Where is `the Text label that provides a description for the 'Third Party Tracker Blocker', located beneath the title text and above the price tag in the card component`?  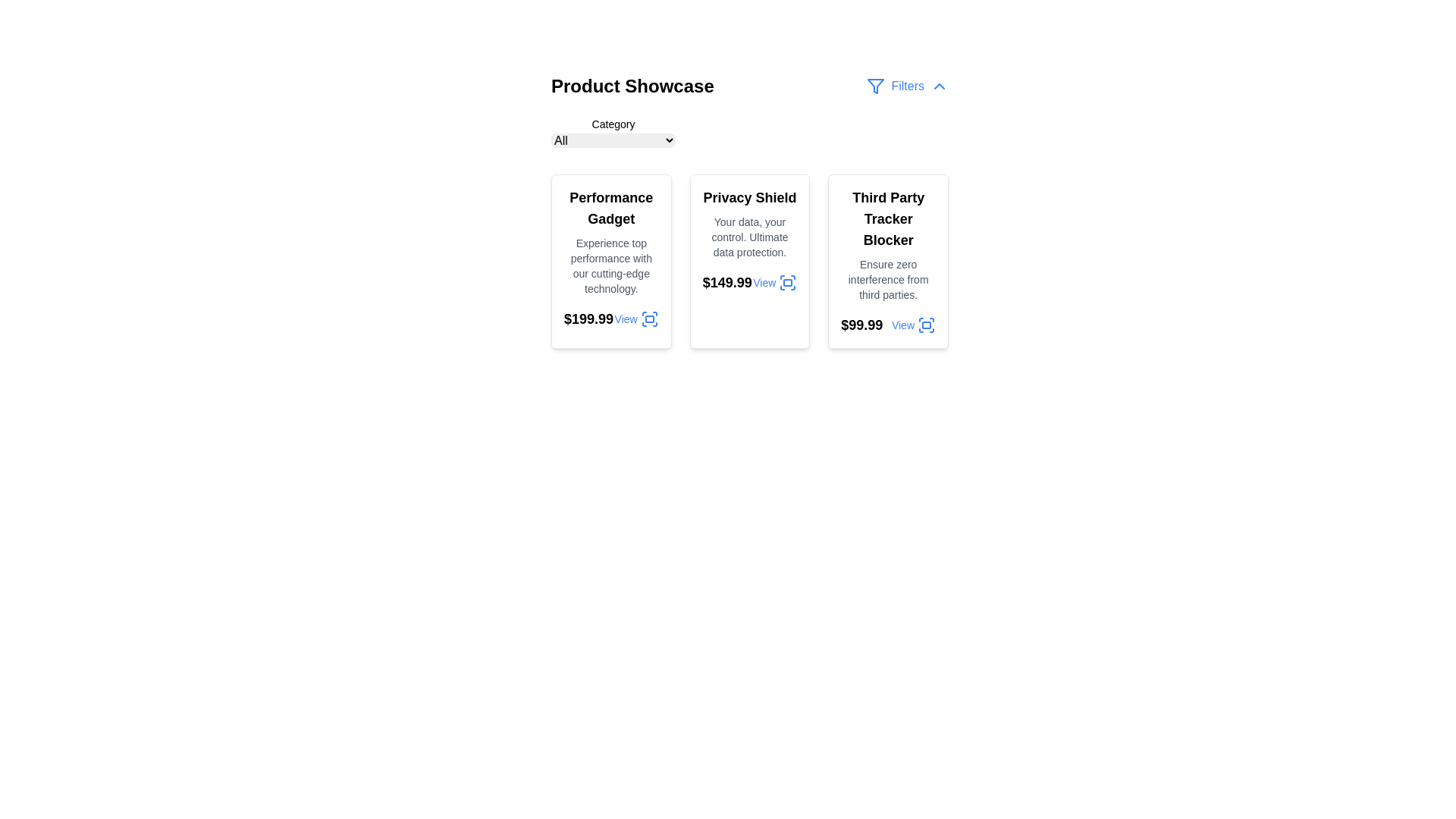
the Text label that provides a description for the 'Third Party Tracker Blocker', located beneath the title text and above the price tag in the card component is located at coordinates (888, 280).